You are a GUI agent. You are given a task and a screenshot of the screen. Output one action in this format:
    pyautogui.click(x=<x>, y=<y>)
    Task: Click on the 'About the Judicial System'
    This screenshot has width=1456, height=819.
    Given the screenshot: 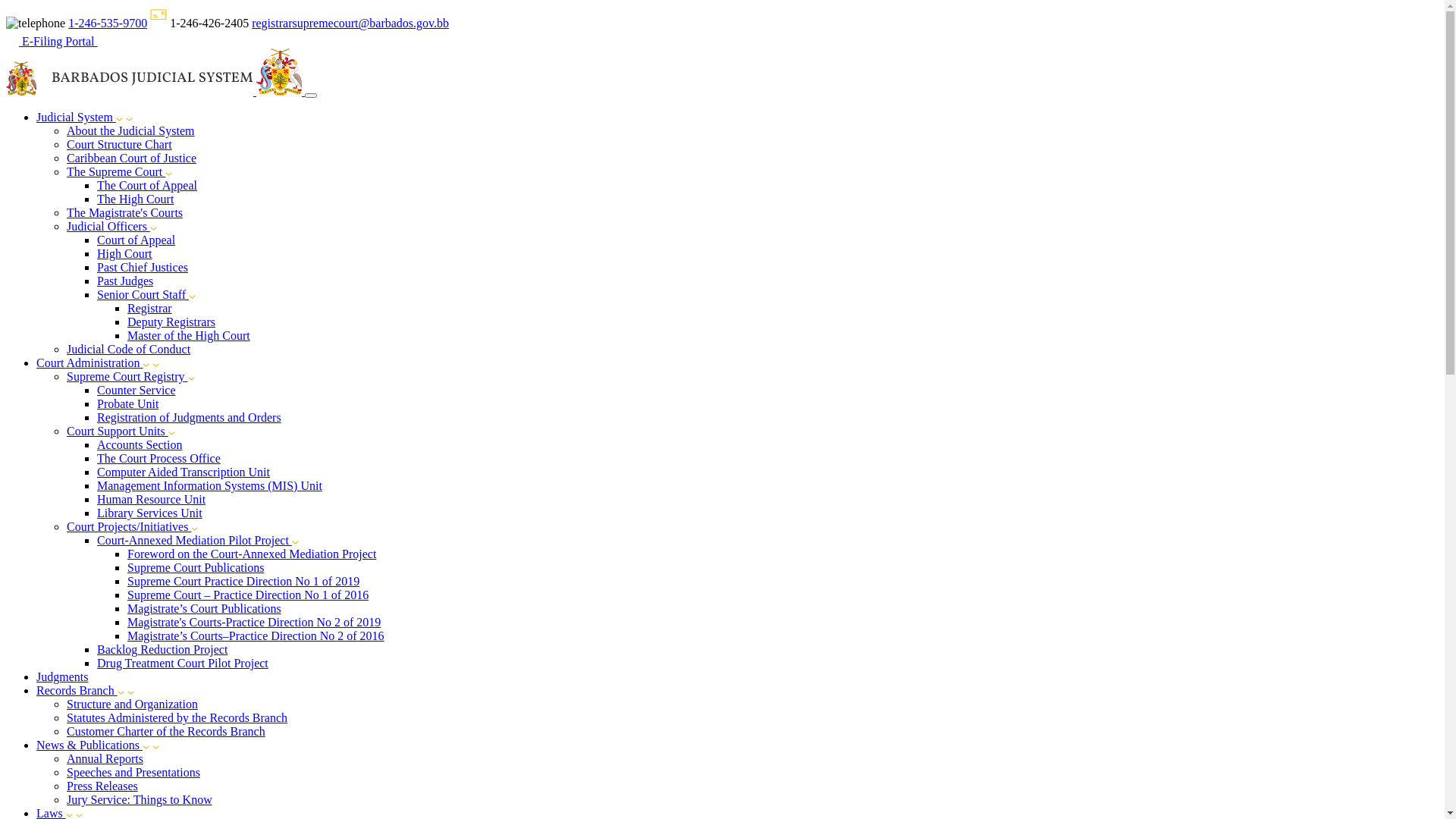 What is the action you would take?
    pyautogui.click(x=130, y=130)
    